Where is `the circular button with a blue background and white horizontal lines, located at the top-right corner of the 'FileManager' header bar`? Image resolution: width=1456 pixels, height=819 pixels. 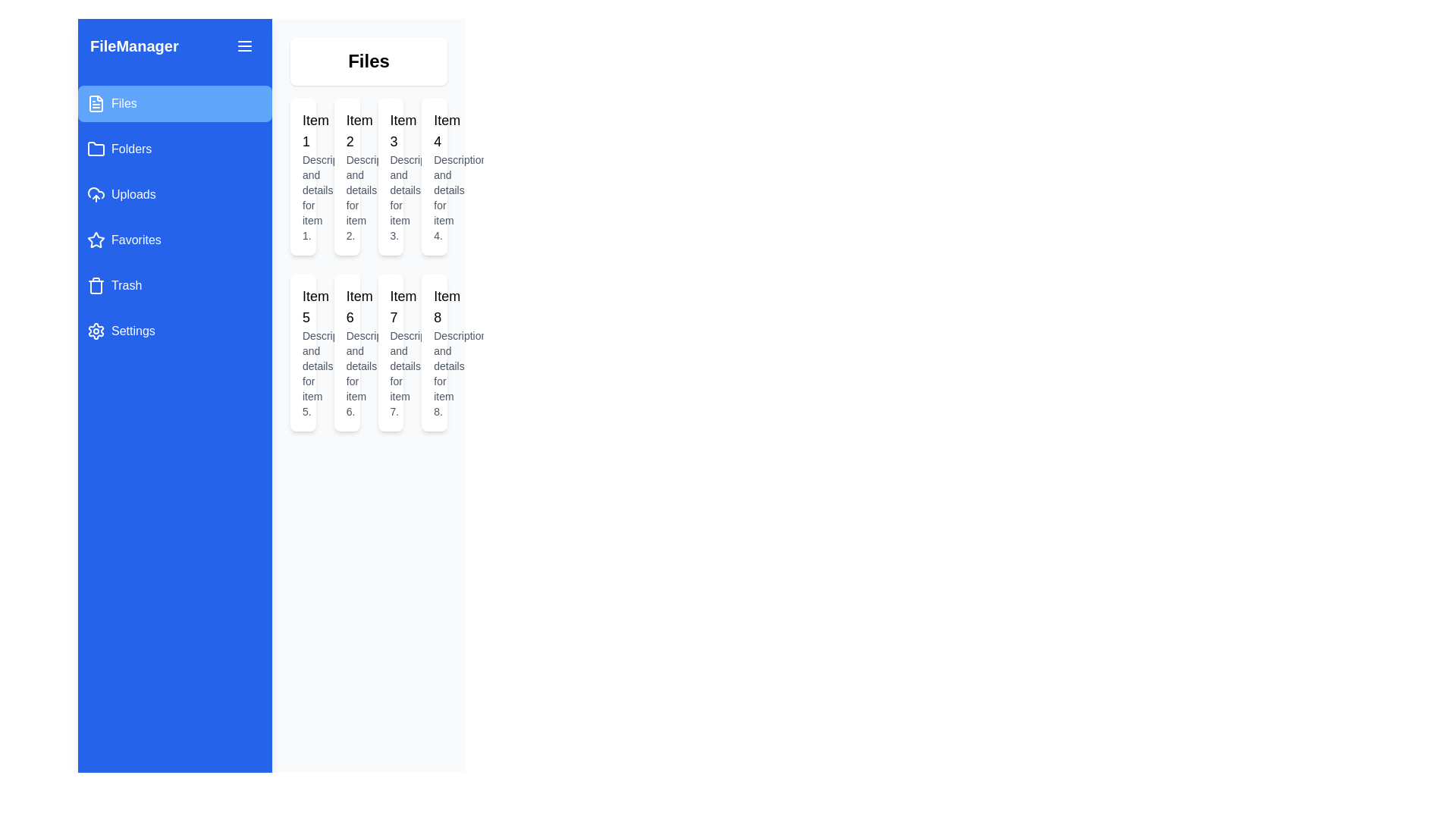
the circular button with a blue background and white horizontal lines, located at the top-right corner of the 'FileManager' header bar is located at coordinates (244, 45).